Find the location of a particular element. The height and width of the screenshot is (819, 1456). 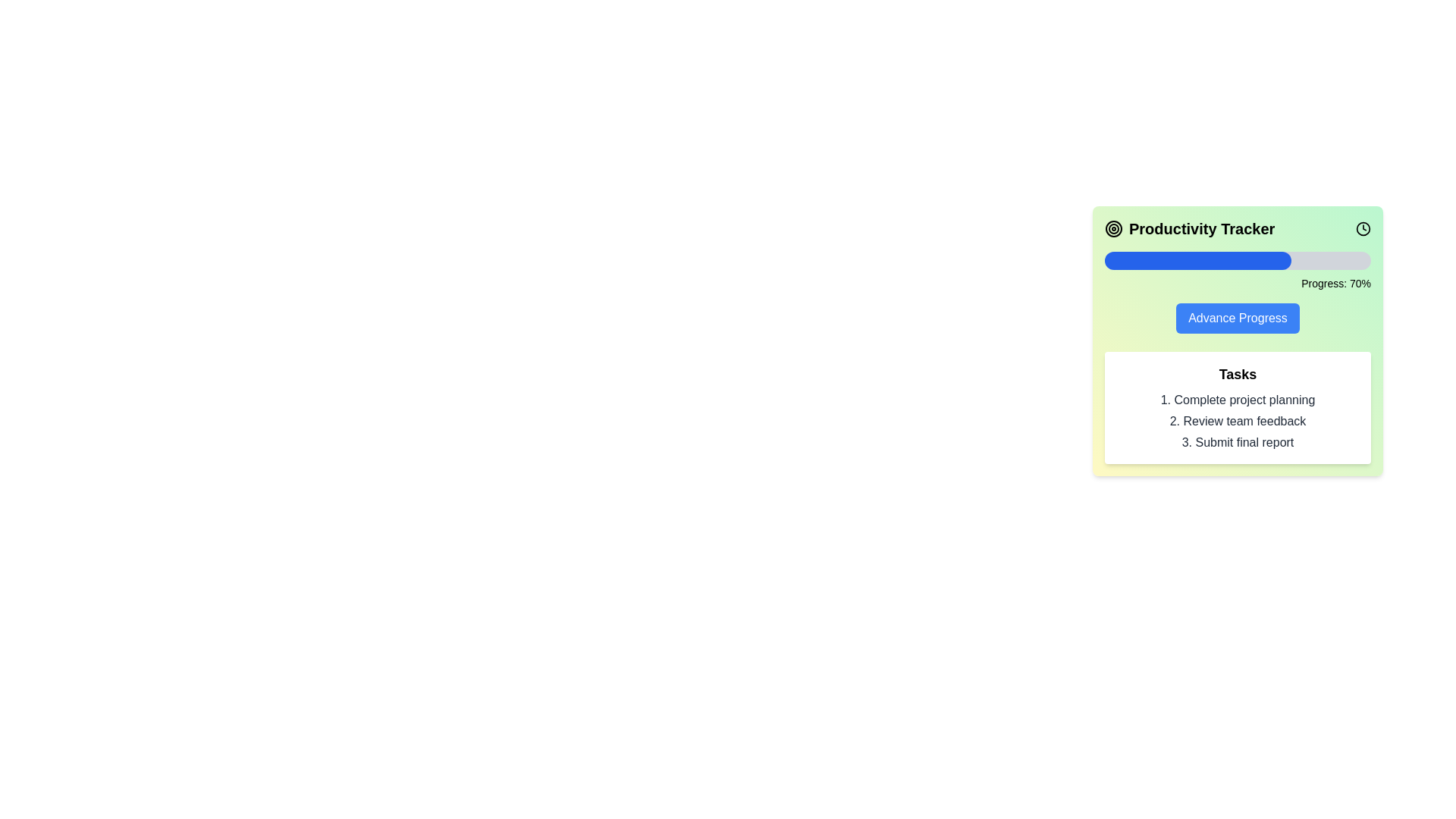

the text '2. Review team feedback' which is styled in a black font and is the second item in the enumerated list of tasks in the 'Tasks' section is located at coordinates (1238, 421).